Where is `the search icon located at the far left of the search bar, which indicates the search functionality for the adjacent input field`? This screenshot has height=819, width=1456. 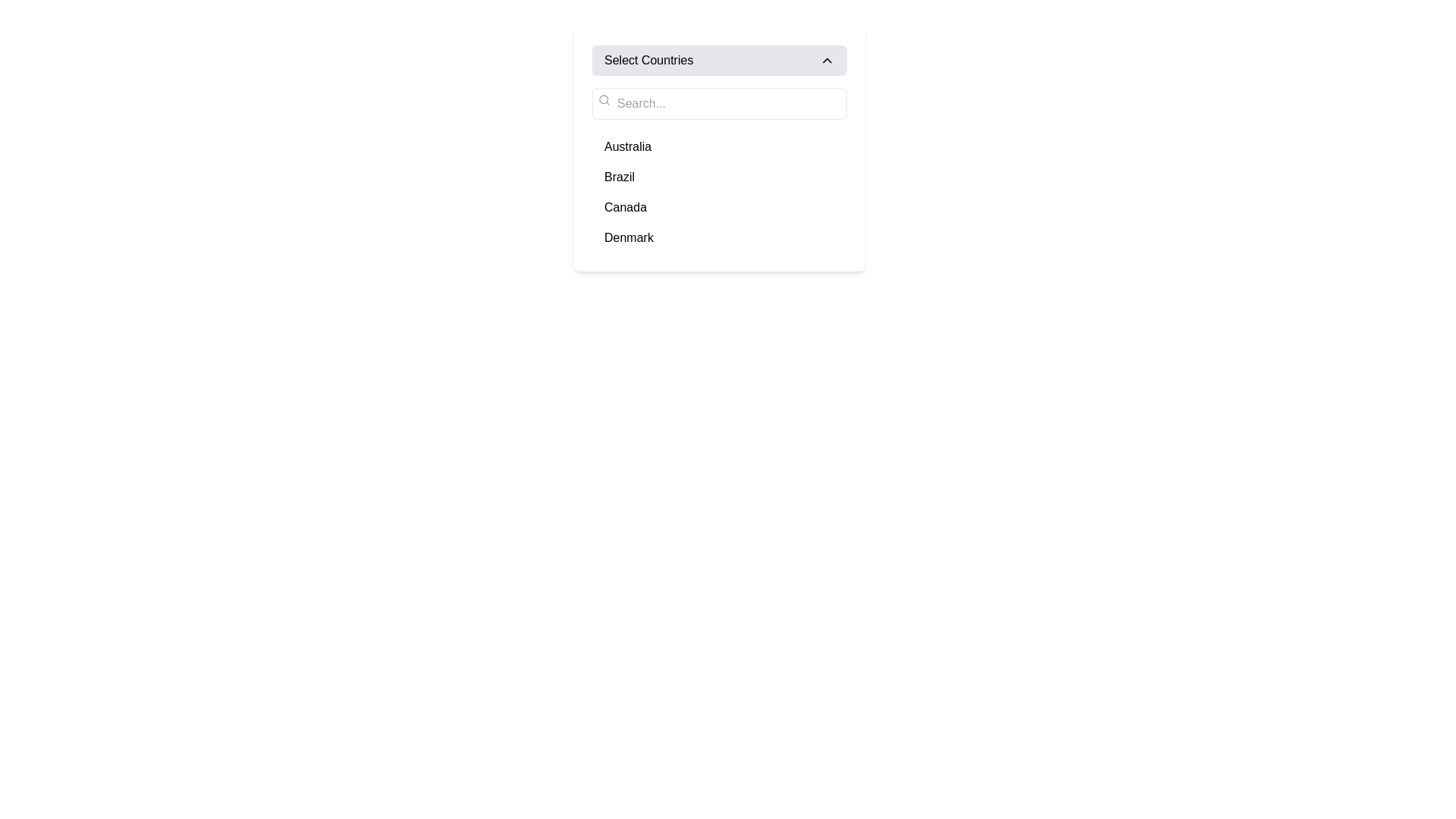 the search icon located at the far left of the search bar, which indicates the search functionality for the adjacent input field is located at coordinates (603, 99).